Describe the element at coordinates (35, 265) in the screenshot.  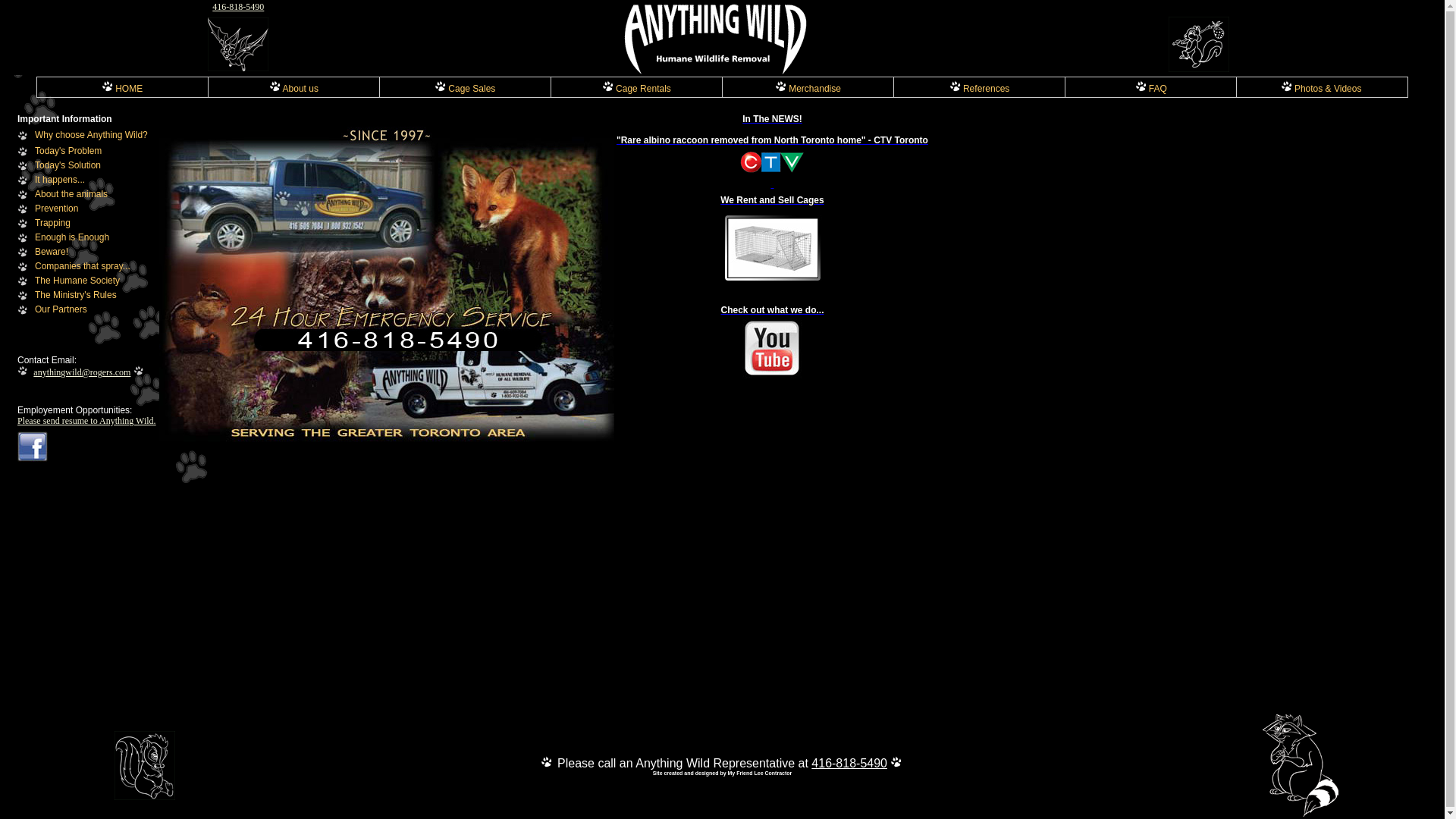
I see `'Companies that spray...'` at that location.